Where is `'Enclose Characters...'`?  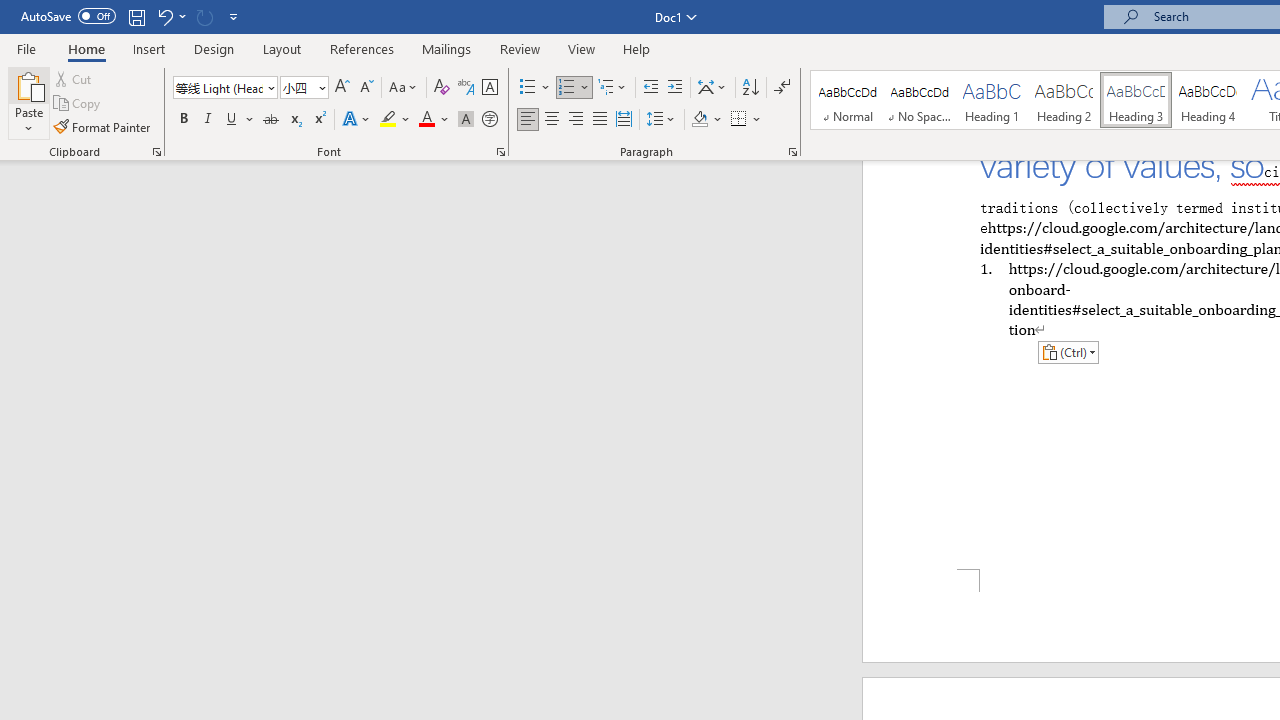
'Enclose Characters...' is located at coordinates (489, 119).